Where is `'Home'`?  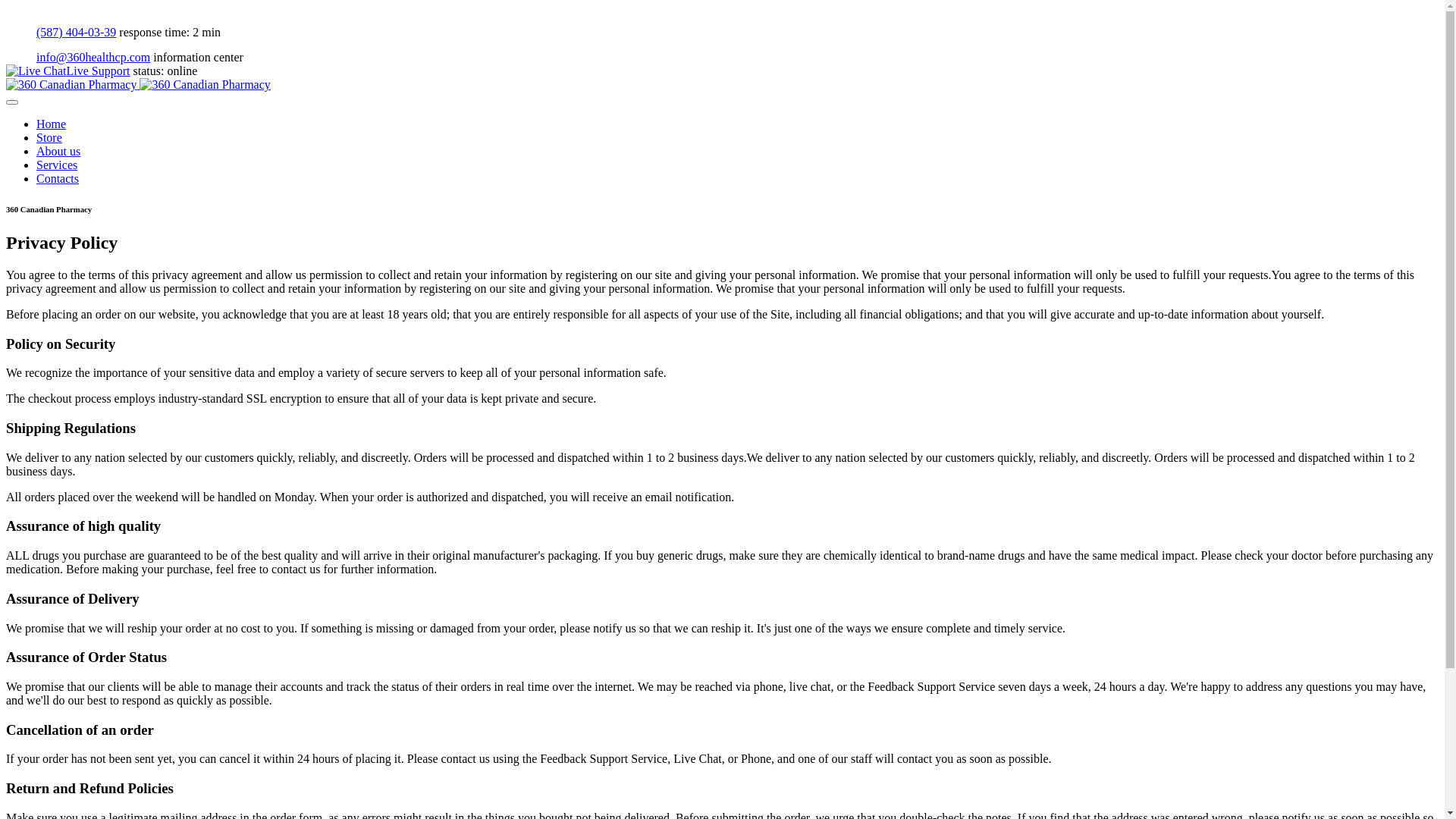 'Home' is located at coordinates (51, 123).